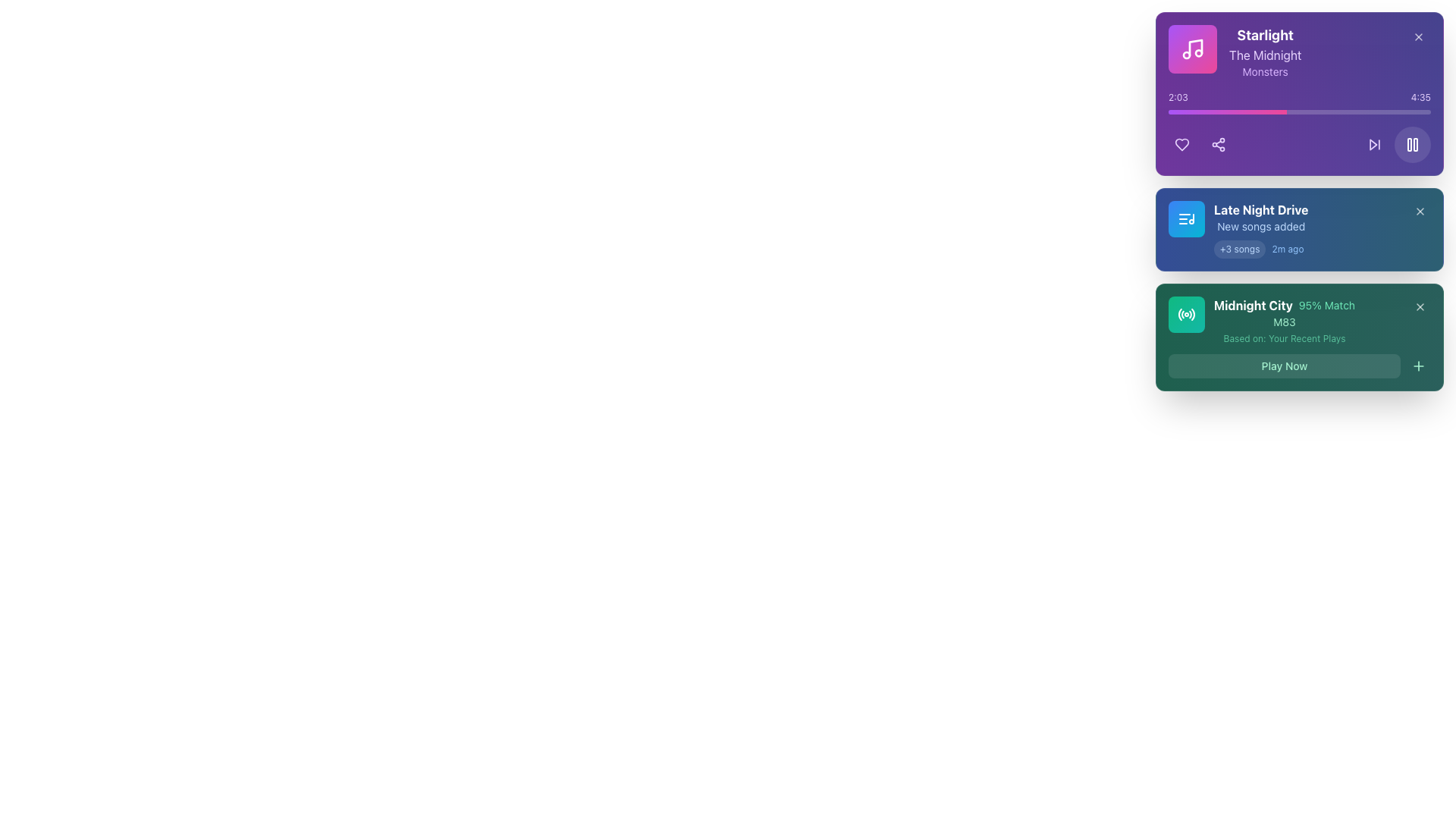 The height and width of the screenshot is (819, 1456). I want to click on playback progress, so click(1181, 111).